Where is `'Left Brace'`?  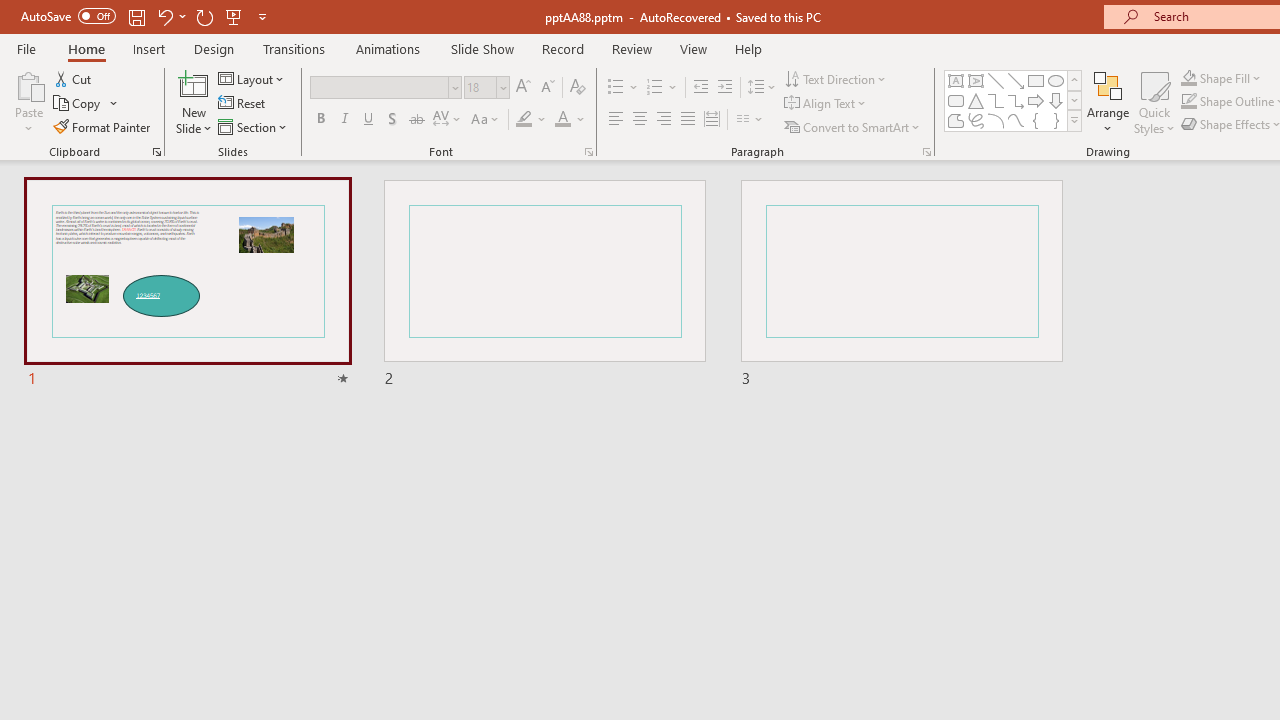
'Left Brace' is located at coordinates (1036, 120).